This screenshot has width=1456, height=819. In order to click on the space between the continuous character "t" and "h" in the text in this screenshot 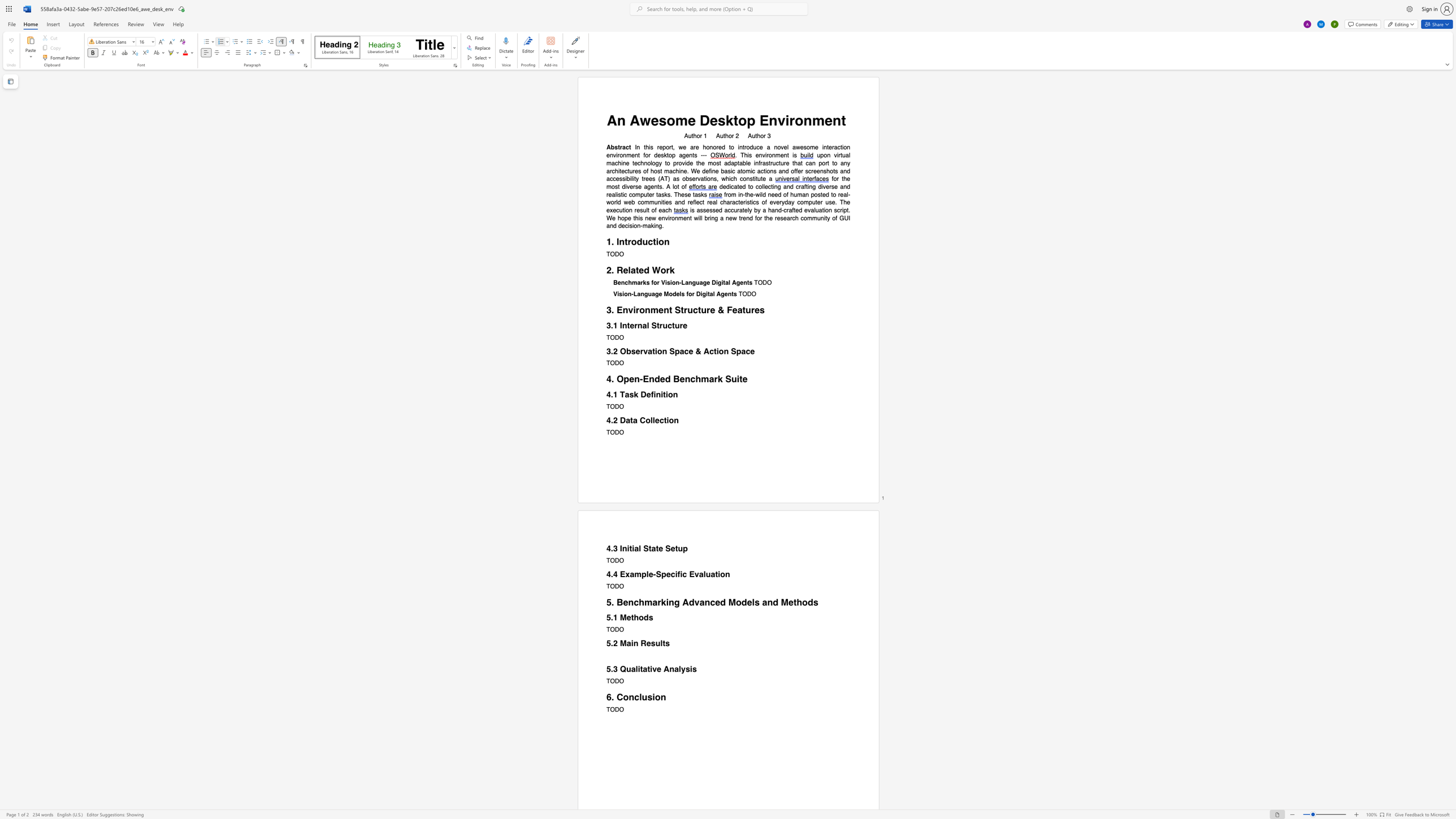, I will do `click(634, 617)`.